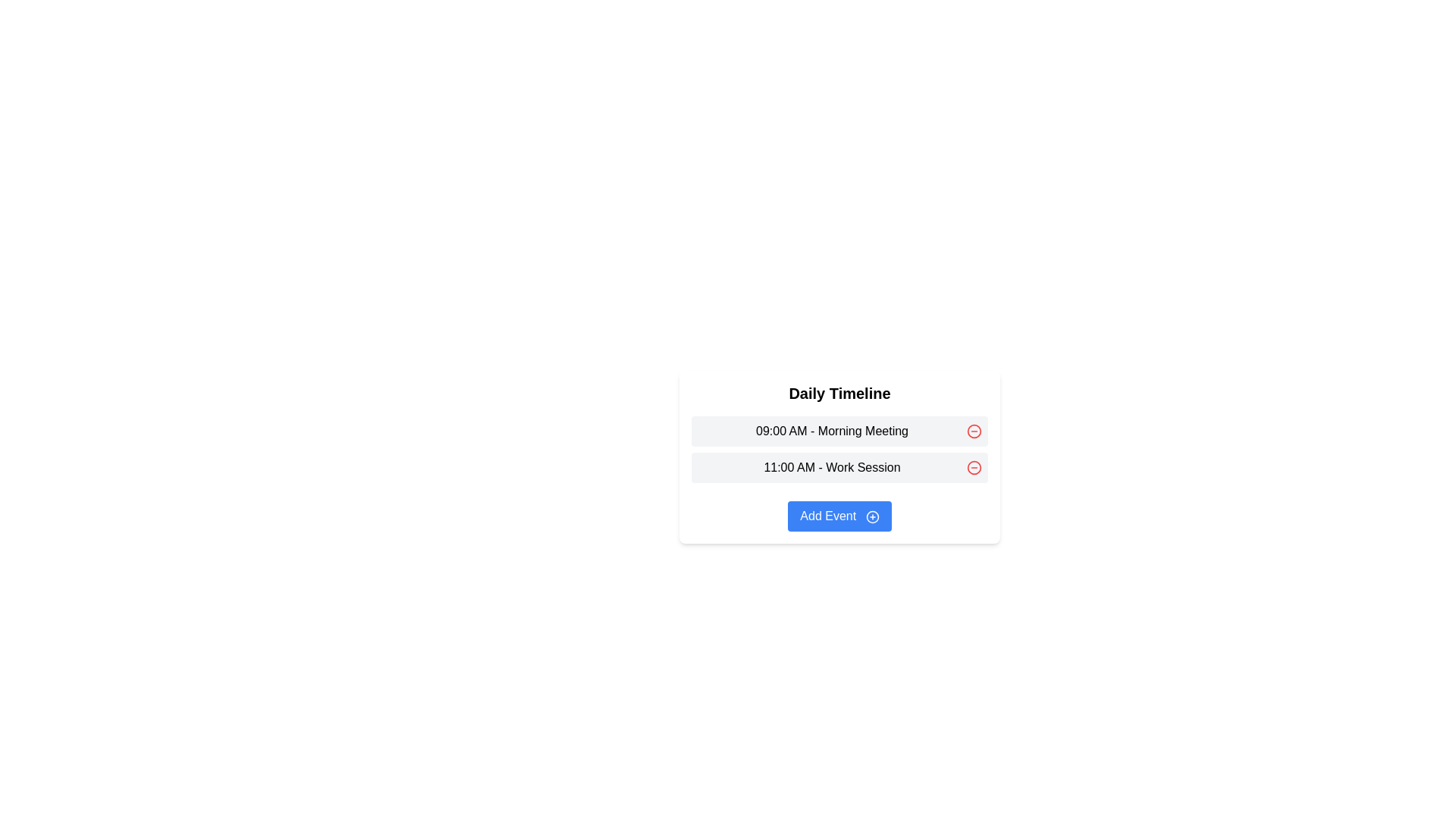 The height and width of the screenshot is (819, 1456). What do you see at coordinates (872, 516) in the screenshot?
I see `the SVG circle element located within the 'Add Event' button at the bottom of the 'Daily Timeline' card` at bounding box center [872, 516].